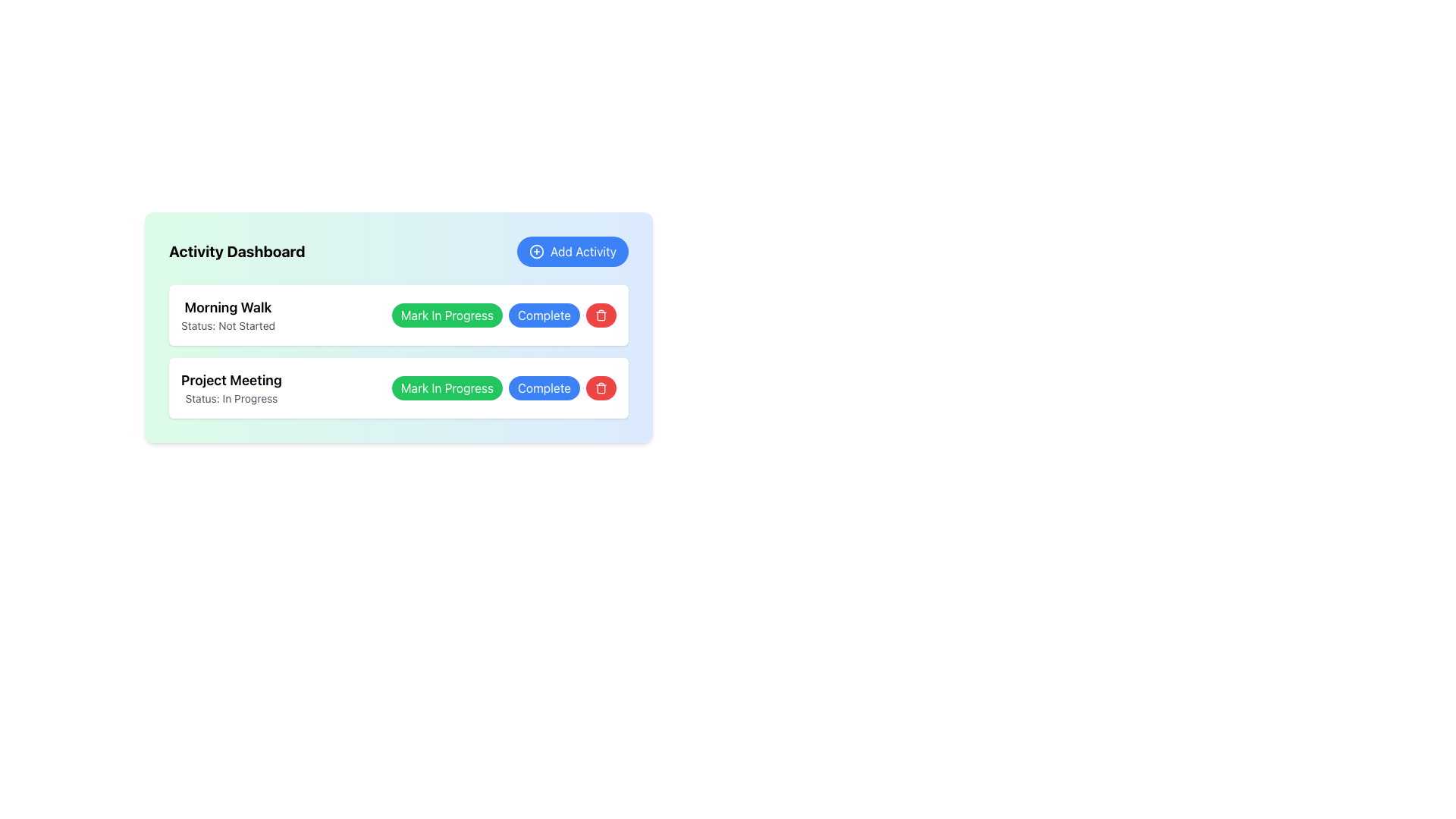  Describe the element at coordinates (231, 379) in the screenshot. I see `the Text Label that serves as the descriptive title for the second activity card in the 'Activity Dashboard', which is positioned above the status text 'Status: In Progress'` at that location.